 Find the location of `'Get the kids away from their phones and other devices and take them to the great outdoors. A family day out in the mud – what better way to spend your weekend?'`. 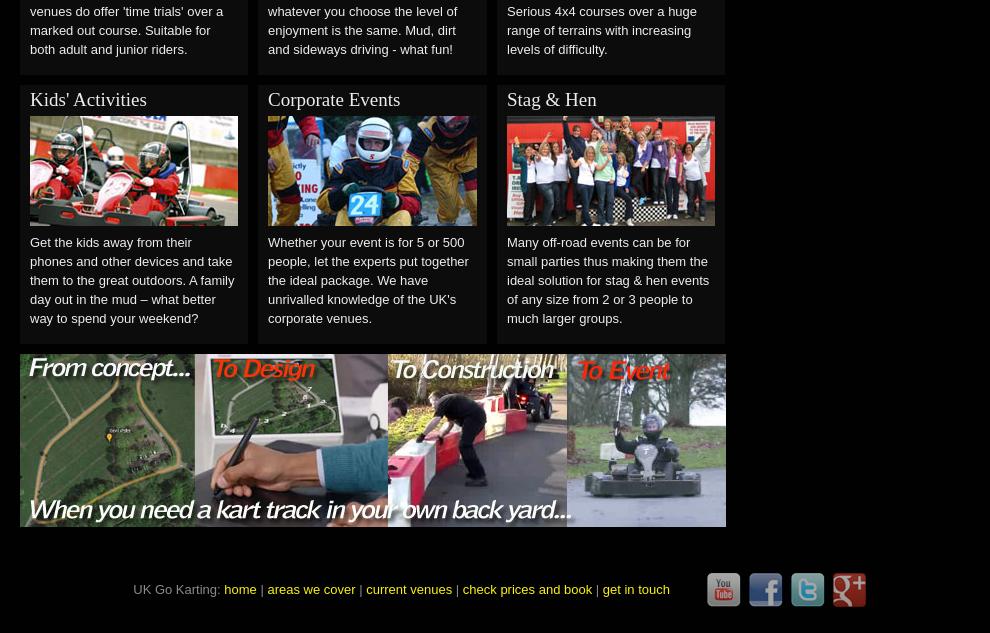

'Get the kids away from their phones and other devices and take them to the great outdoors. A family day out in the mud – what better way to spend your weekend?' is located at coordinates (130, 279).